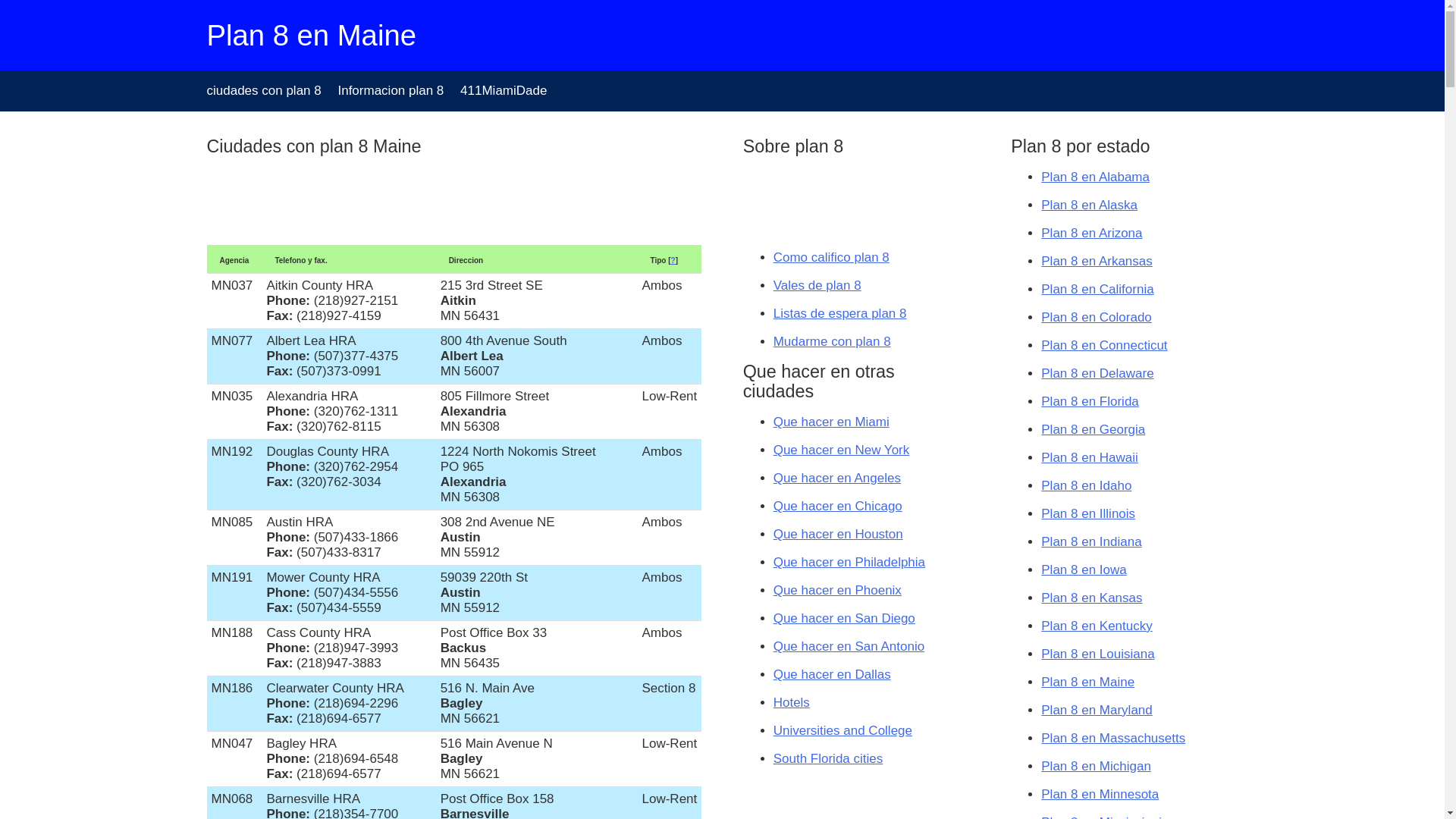  I want to click on 'Plan 8 en Alabama', so click(1095, 176).